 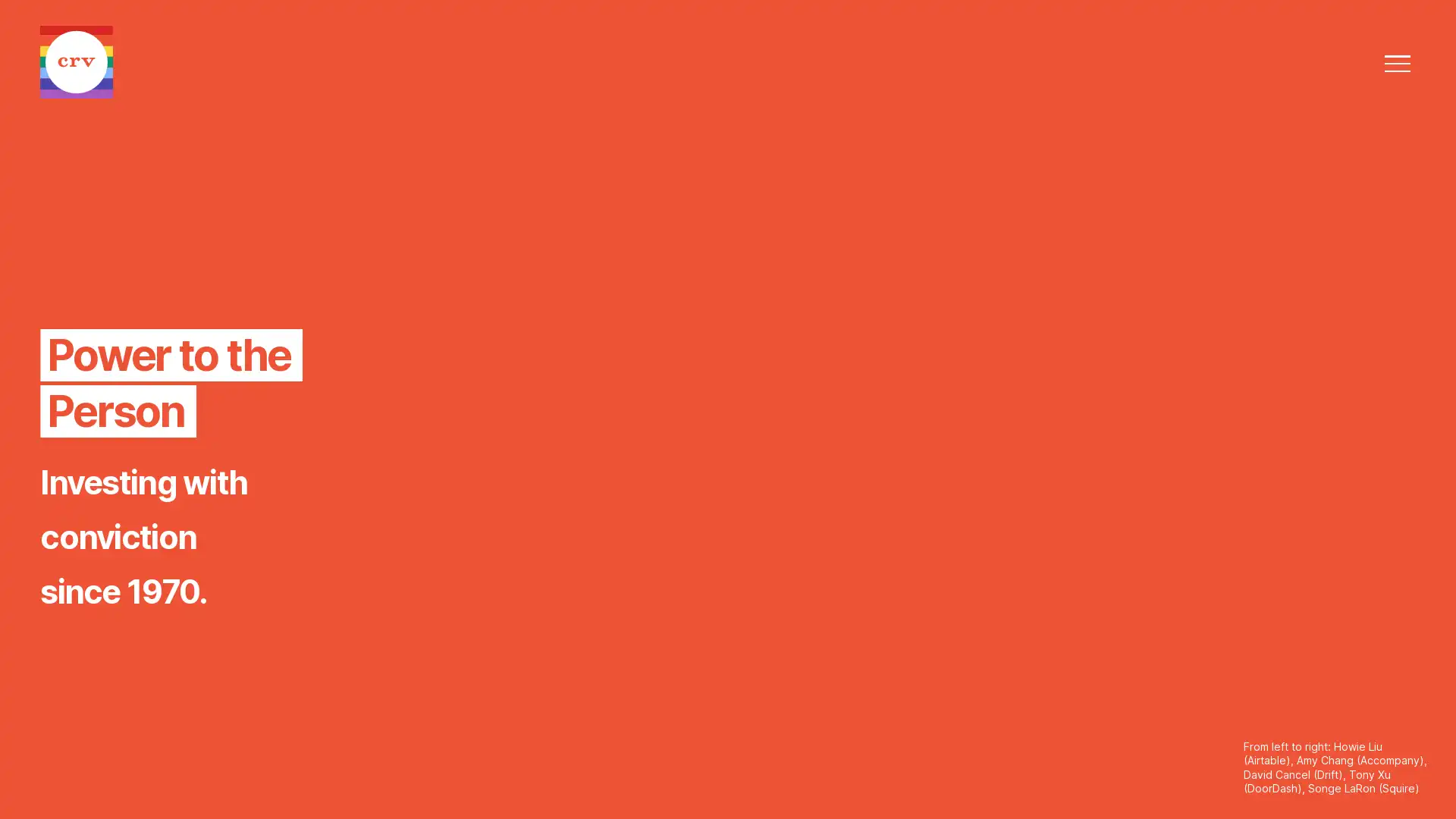 I want to click on Open CRV menu, so click(x=1396, y=63).